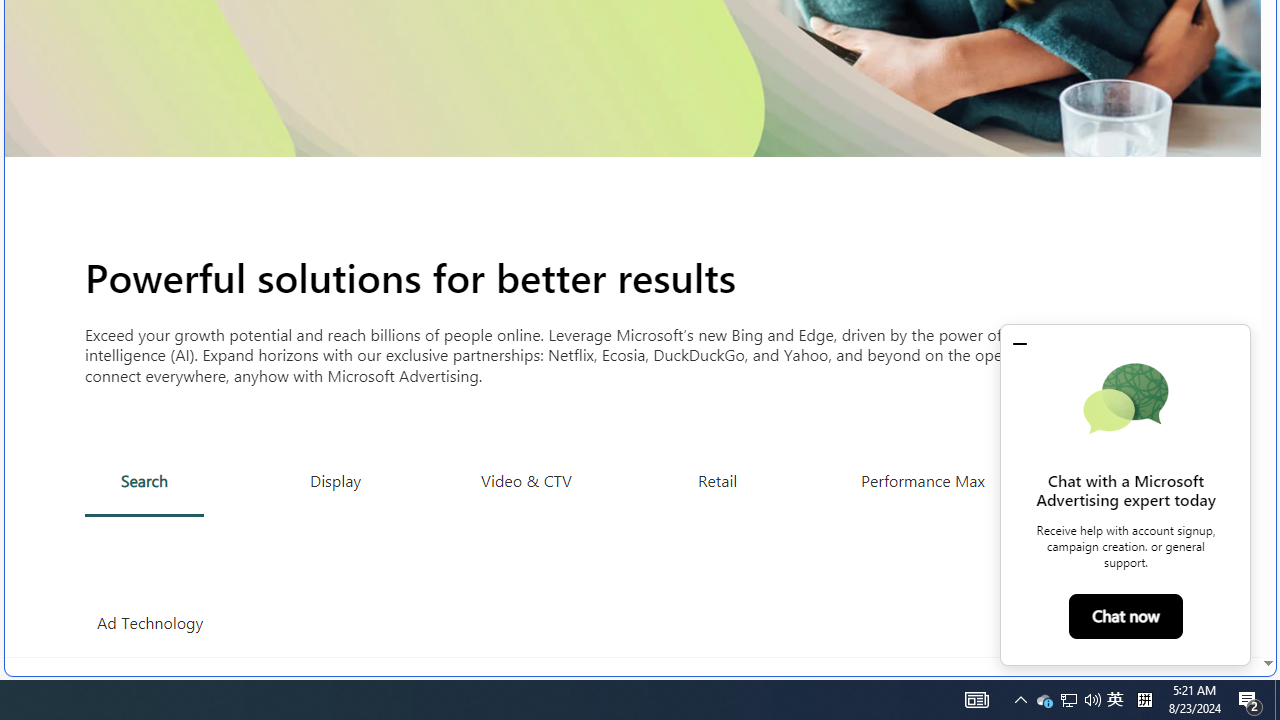  Describe the element at coordinates (1125, 615) in the screenshot. I see `'Chat now'` at that location.